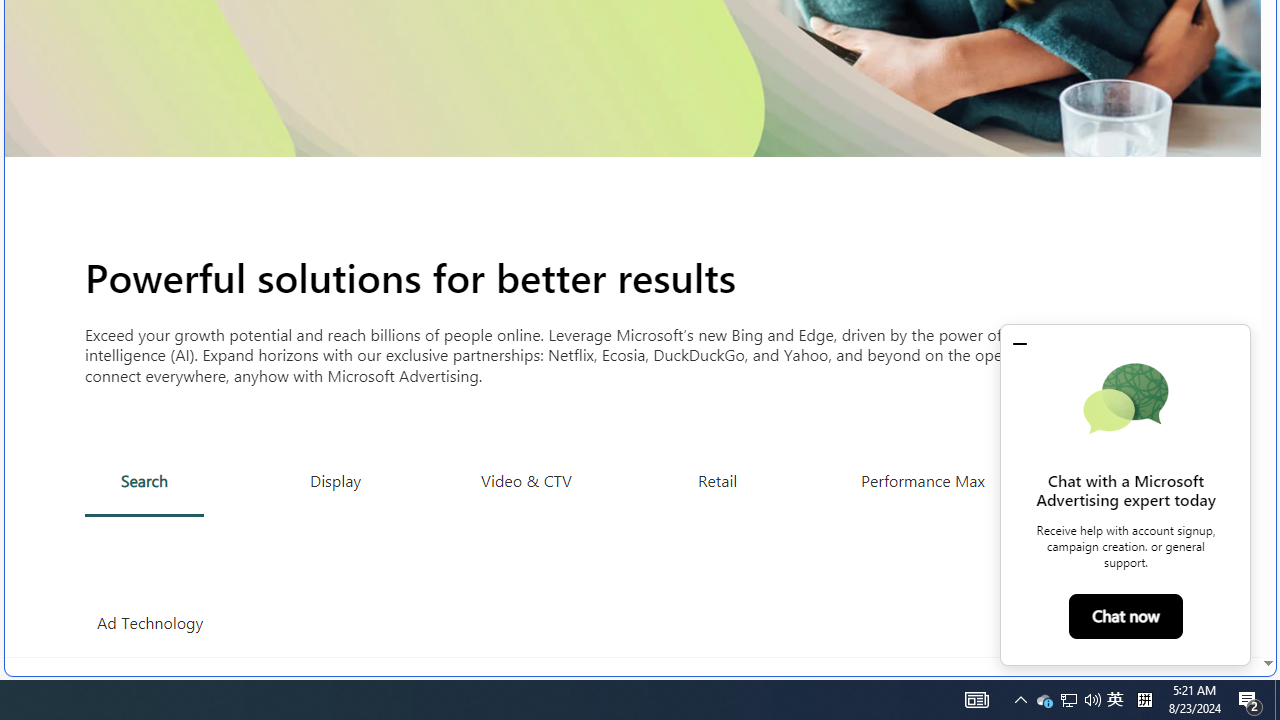  Describe the element at coordinates (1125, 615) in the screenshot. I see `'Chat now'` at that location.